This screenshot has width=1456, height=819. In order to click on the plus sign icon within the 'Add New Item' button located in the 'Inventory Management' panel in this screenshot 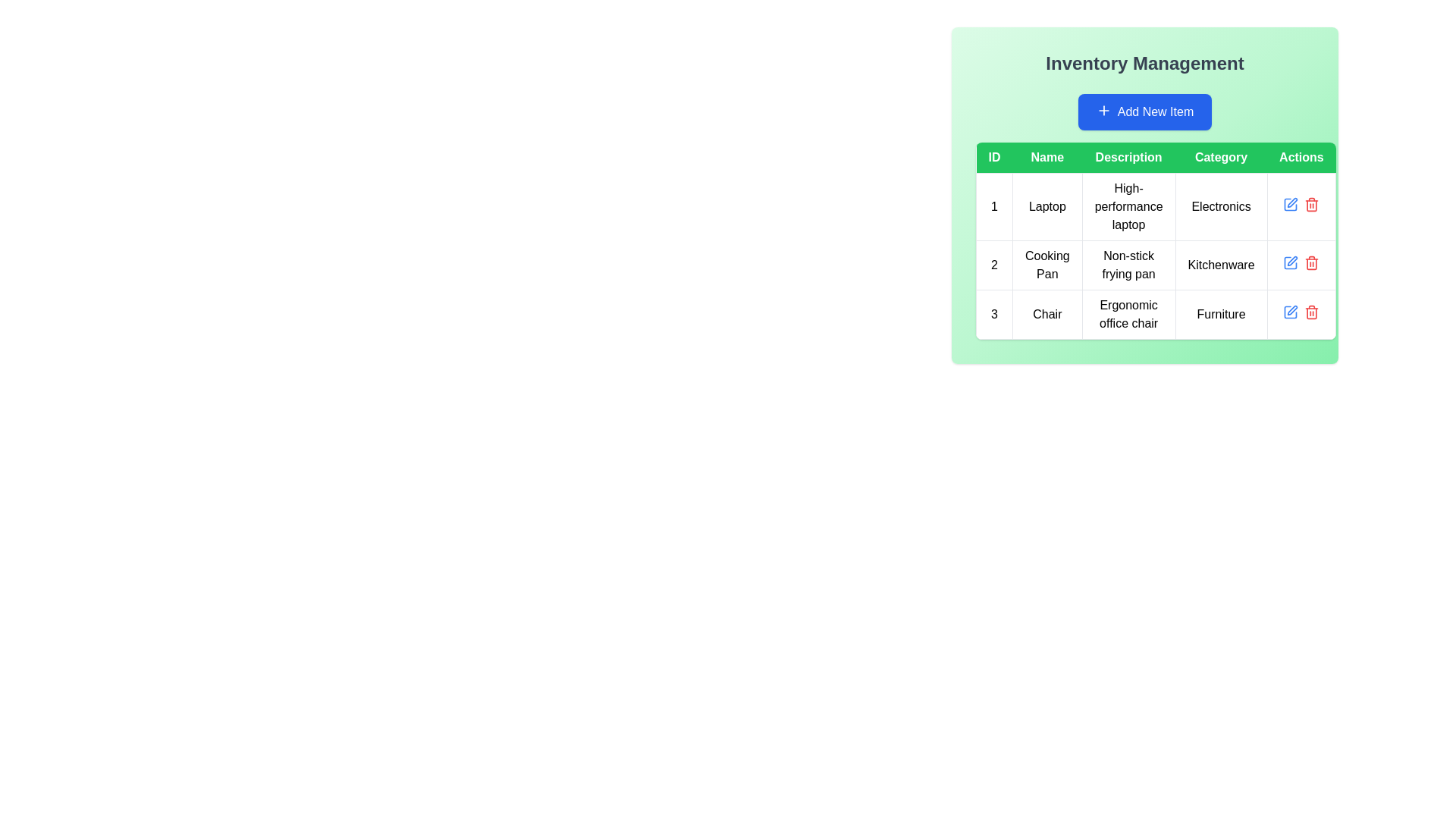, I will do `click(1103, 110)`.